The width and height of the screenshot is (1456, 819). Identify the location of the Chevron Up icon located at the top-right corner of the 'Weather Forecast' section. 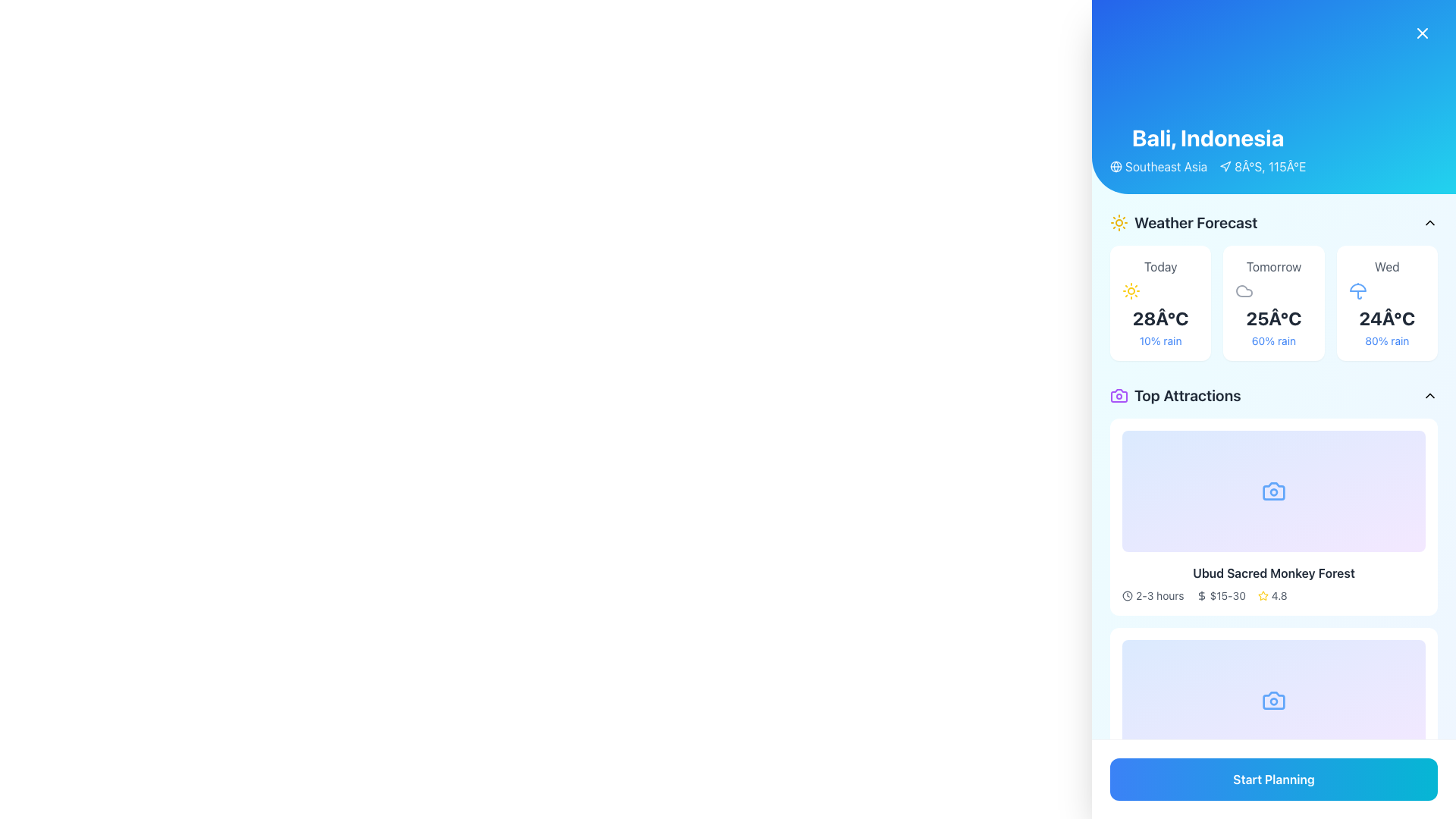
(1429, 222).